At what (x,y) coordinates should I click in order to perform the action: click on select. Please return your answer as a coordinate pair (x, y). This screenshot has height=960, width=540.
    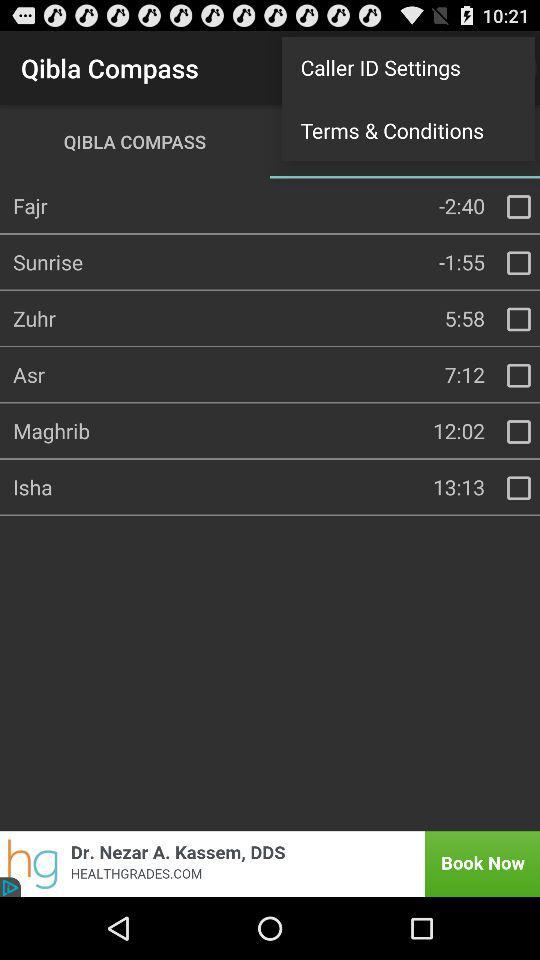
    Looking at the image, I should click on (518, 432).